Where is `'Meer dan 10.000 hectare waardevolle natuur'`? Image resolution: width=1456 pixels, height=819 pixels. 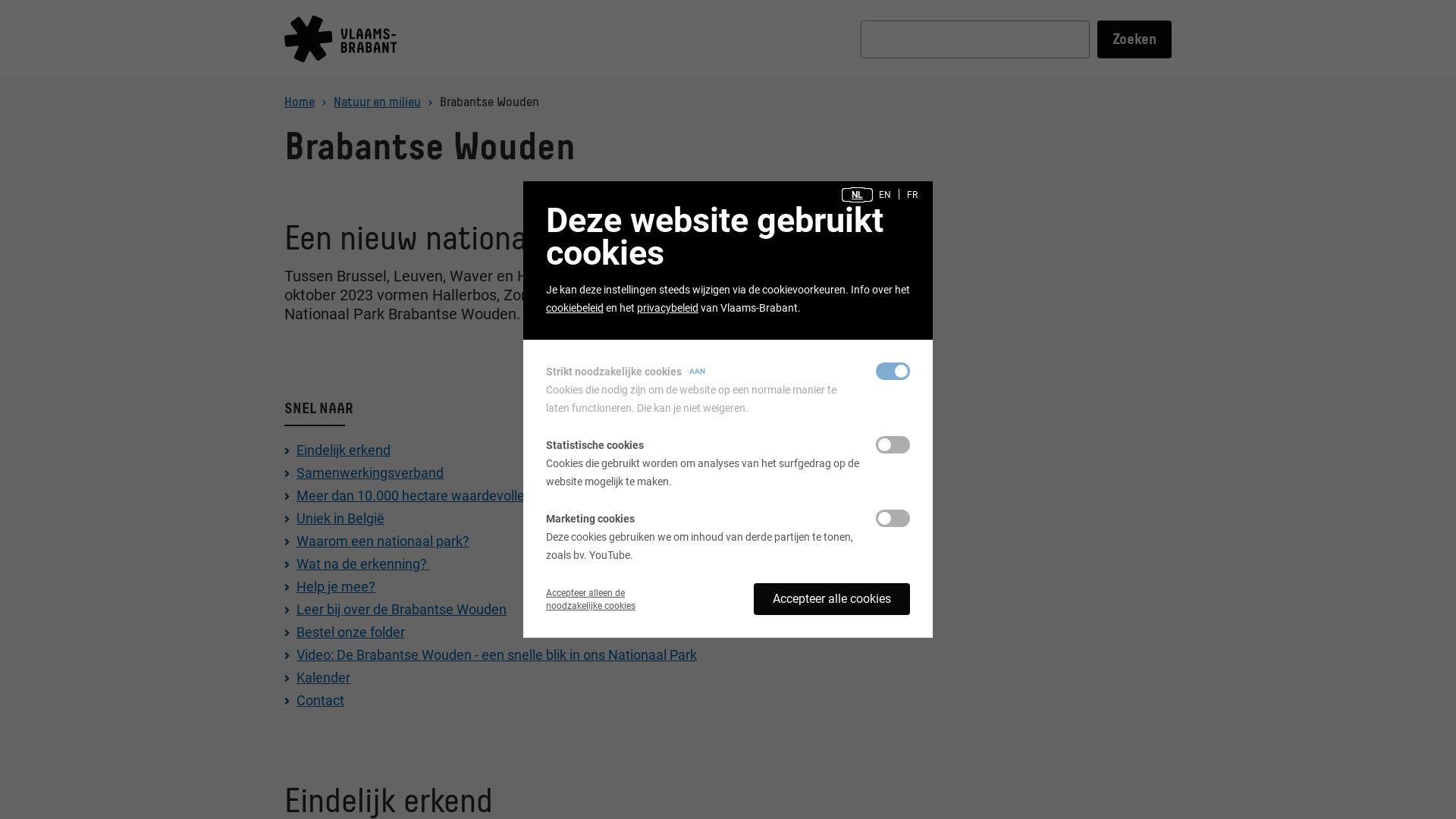
'Meer dan 10.000 hectare waardevolle natuur' is located at coordinates (431, 495).